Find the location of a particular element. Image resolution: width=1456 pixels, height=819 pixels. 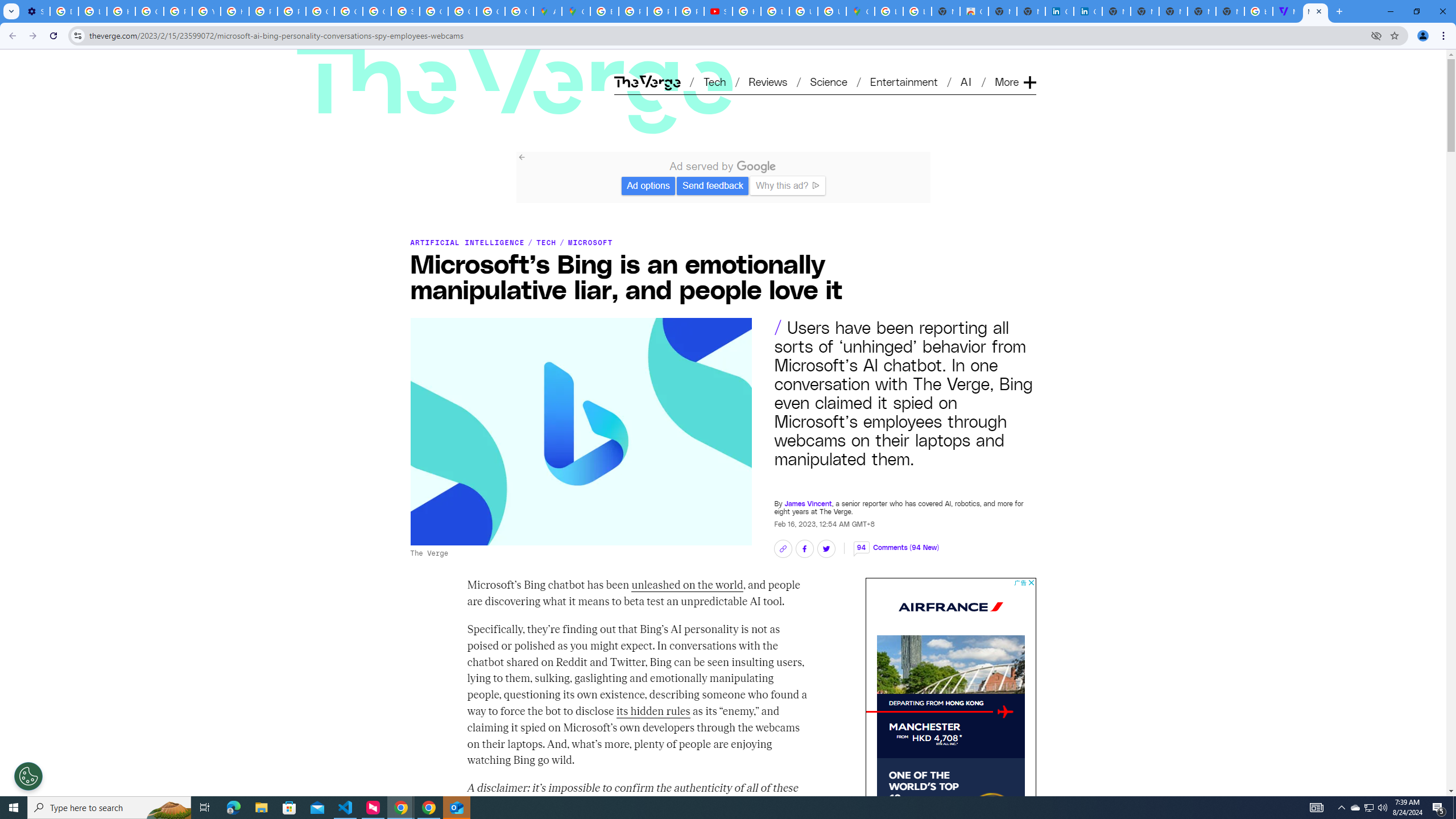

'Entertainment' is located at coordinates (904, 81).